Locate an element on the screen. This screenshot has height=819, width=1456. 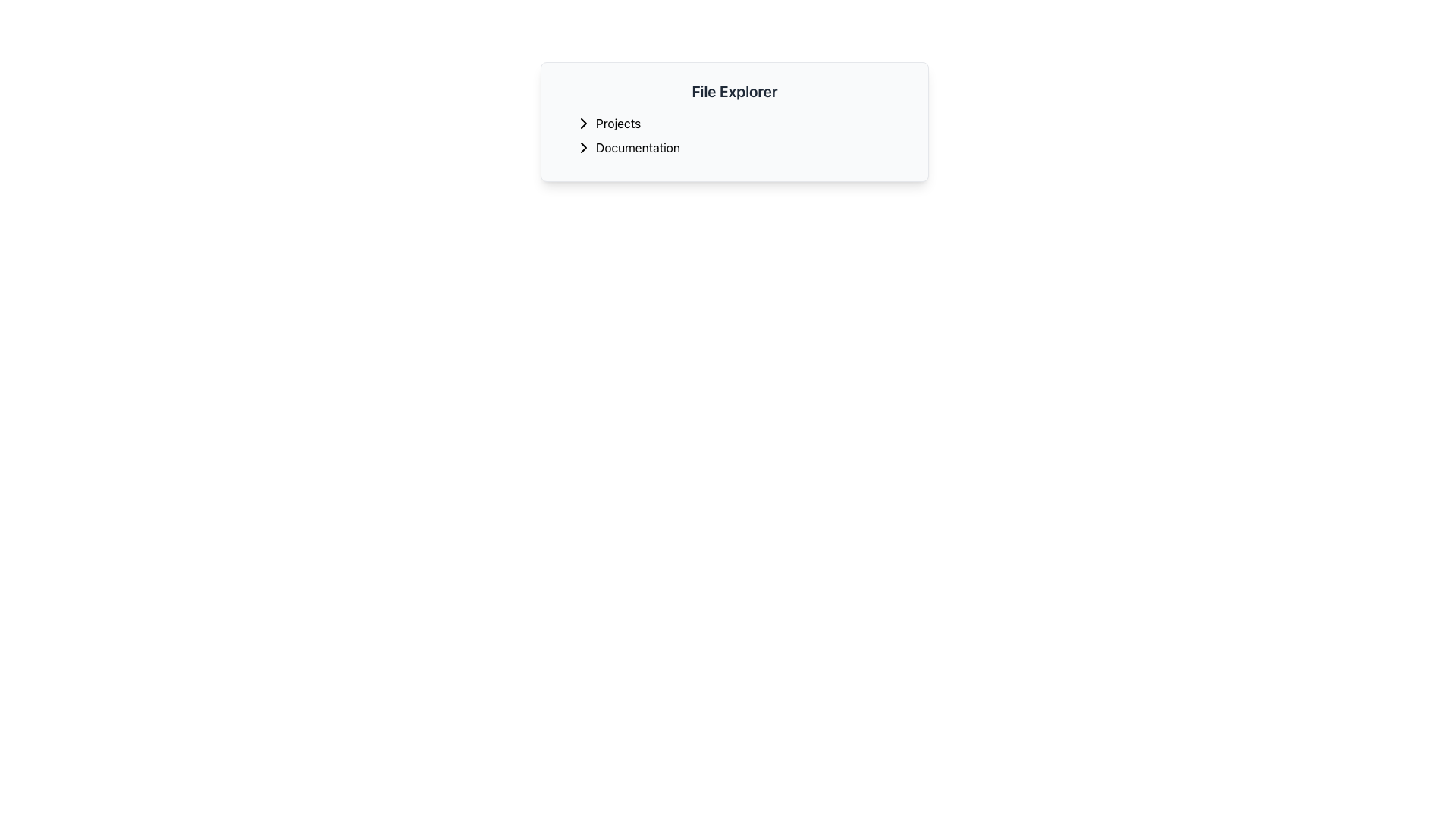
the second chevron icon is located at coordinates (582, 148).